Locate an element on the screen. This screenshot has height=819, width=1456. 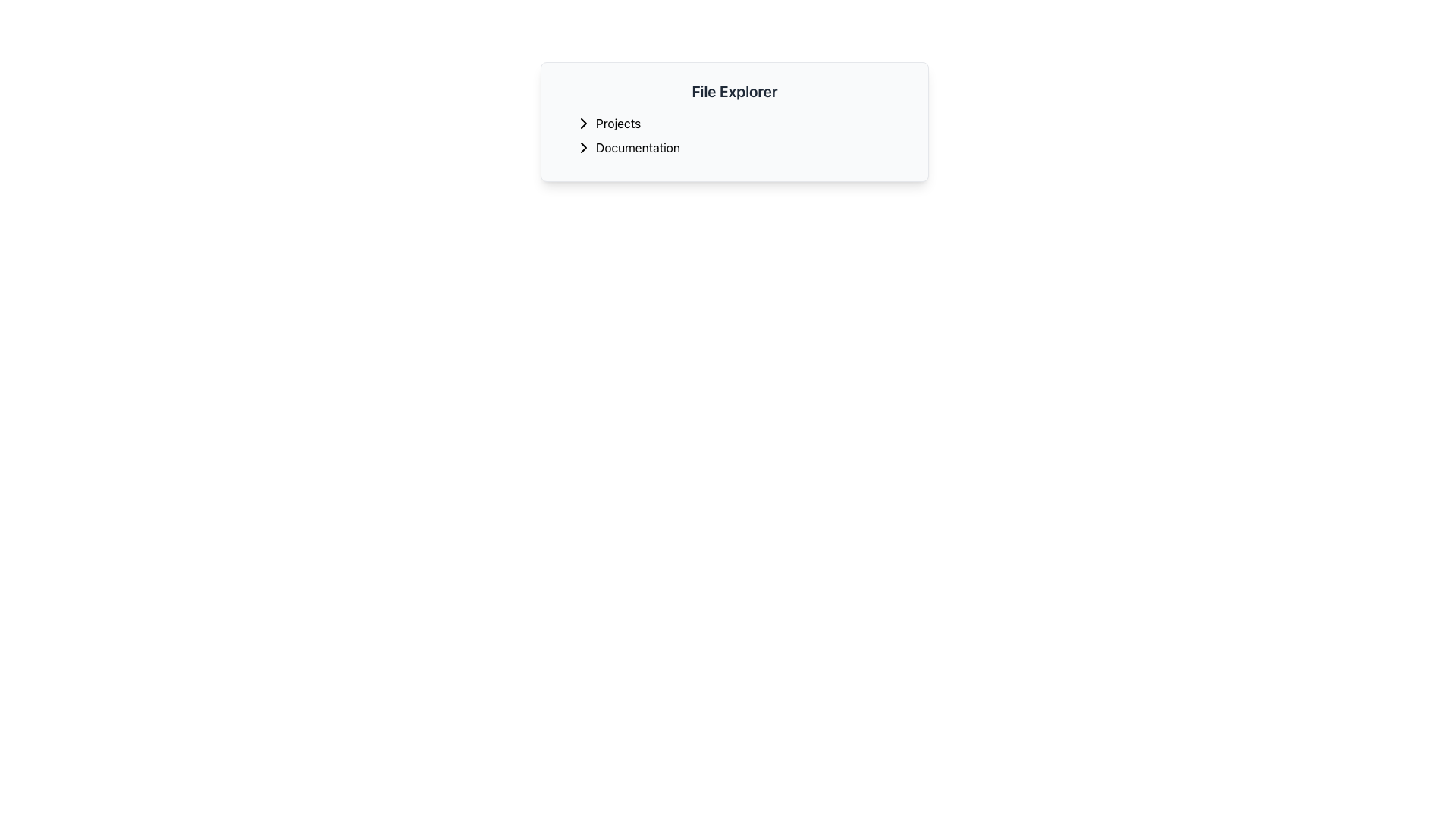
the second chevron icon is located at coordinates (582, 148).